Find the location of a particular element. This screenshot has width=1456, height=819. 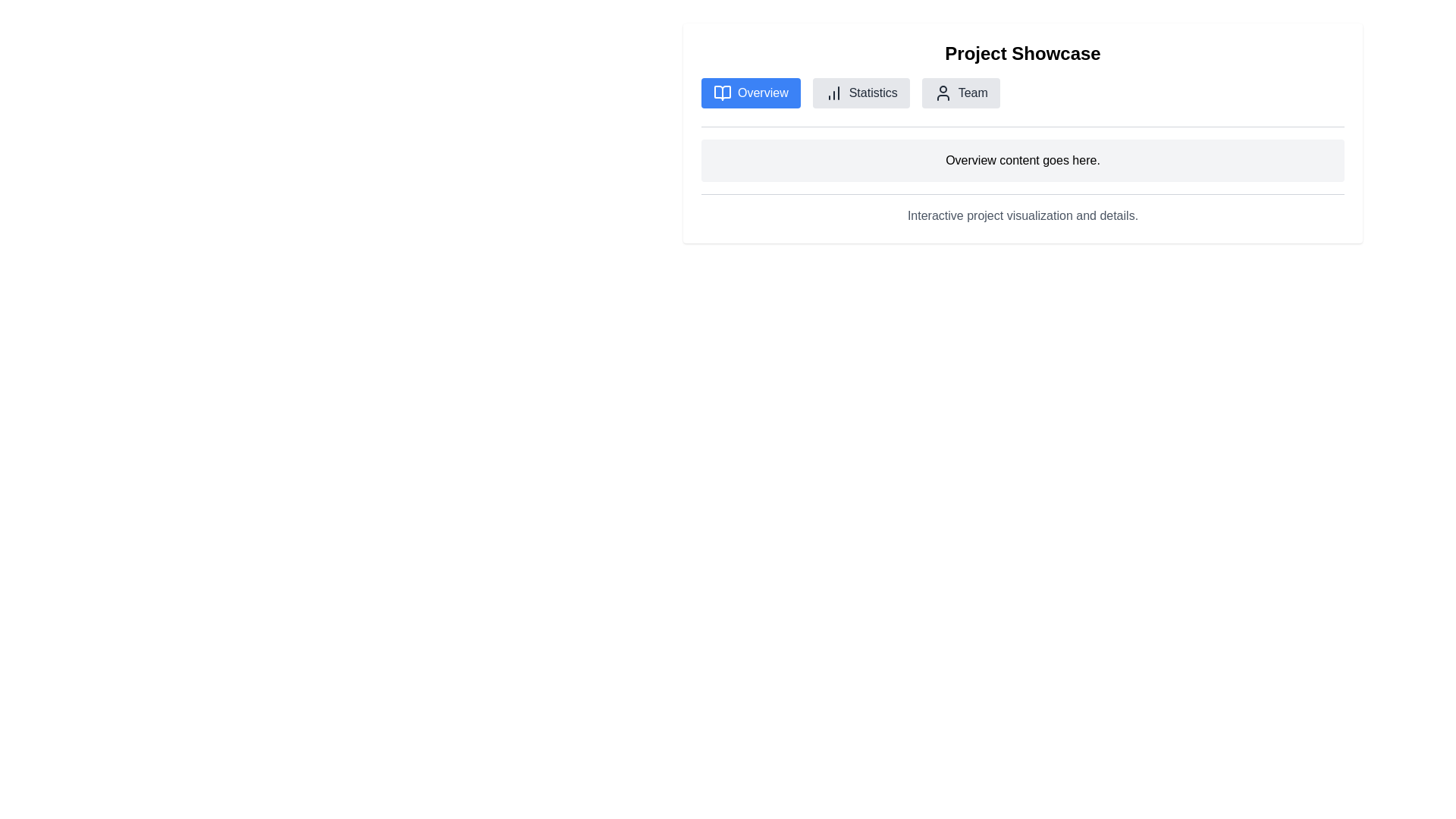

the text label that displays the word 'Overview', which is styled with a sans-serif font and located within a button-like area with rounded corners is located at coordinates (763, 93).